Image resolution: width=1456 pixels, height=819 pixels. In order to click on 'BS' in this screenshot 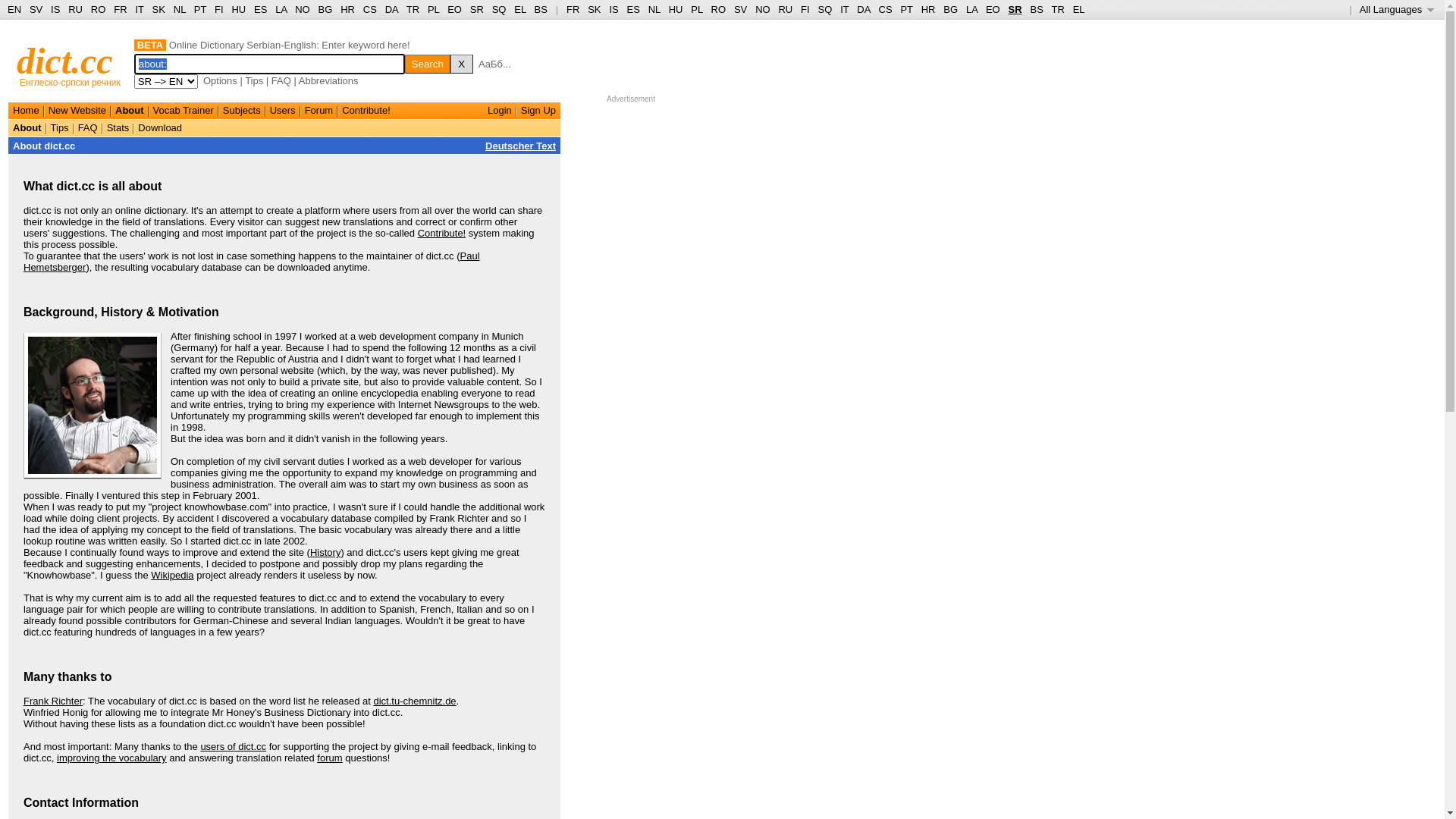, I will do `click(541, 9)`.